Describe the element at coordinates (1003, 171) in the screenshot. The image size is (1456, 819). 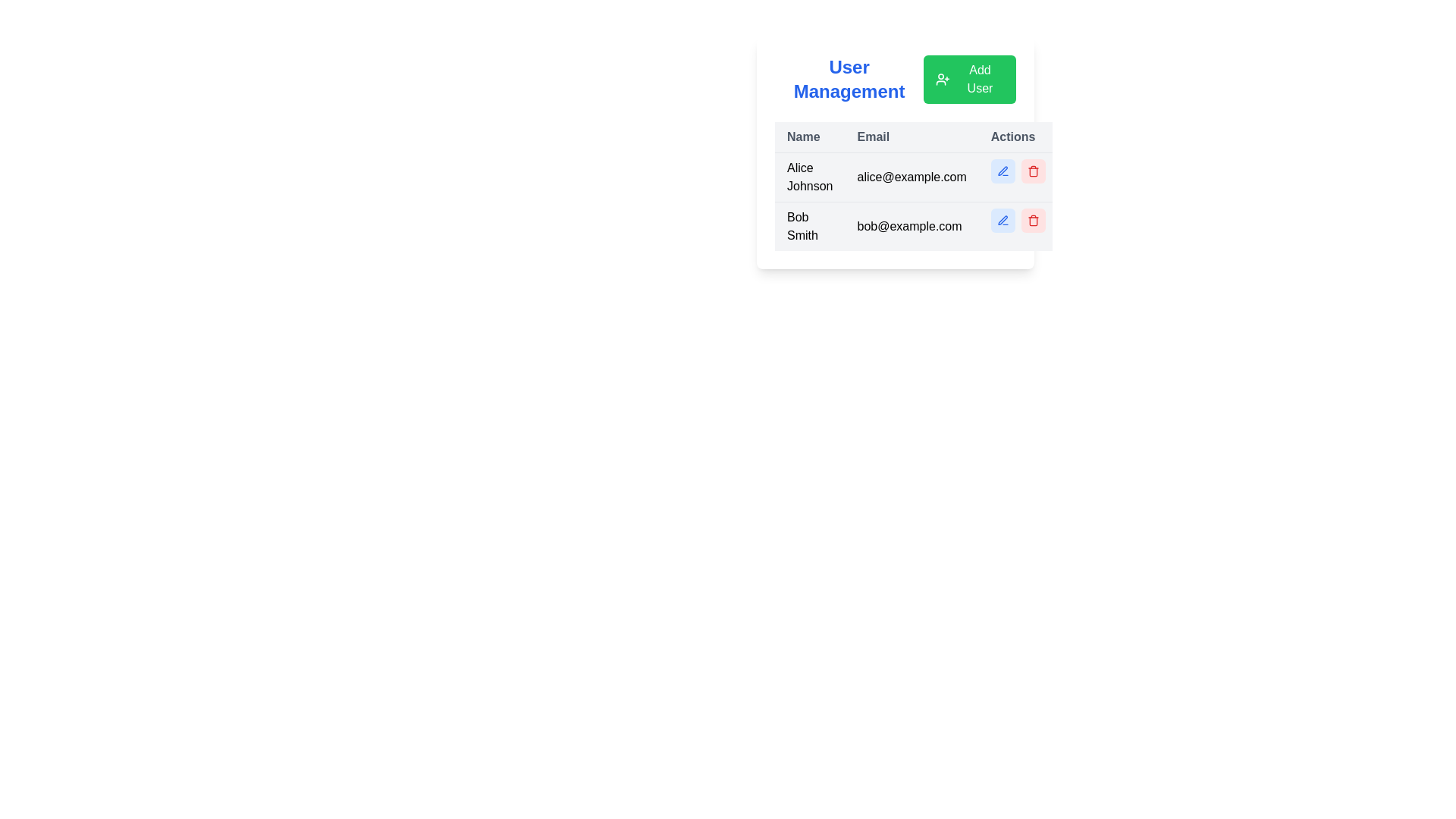
I see `the first icon button in the 'Actions' column of the second row in the user table` at that location.